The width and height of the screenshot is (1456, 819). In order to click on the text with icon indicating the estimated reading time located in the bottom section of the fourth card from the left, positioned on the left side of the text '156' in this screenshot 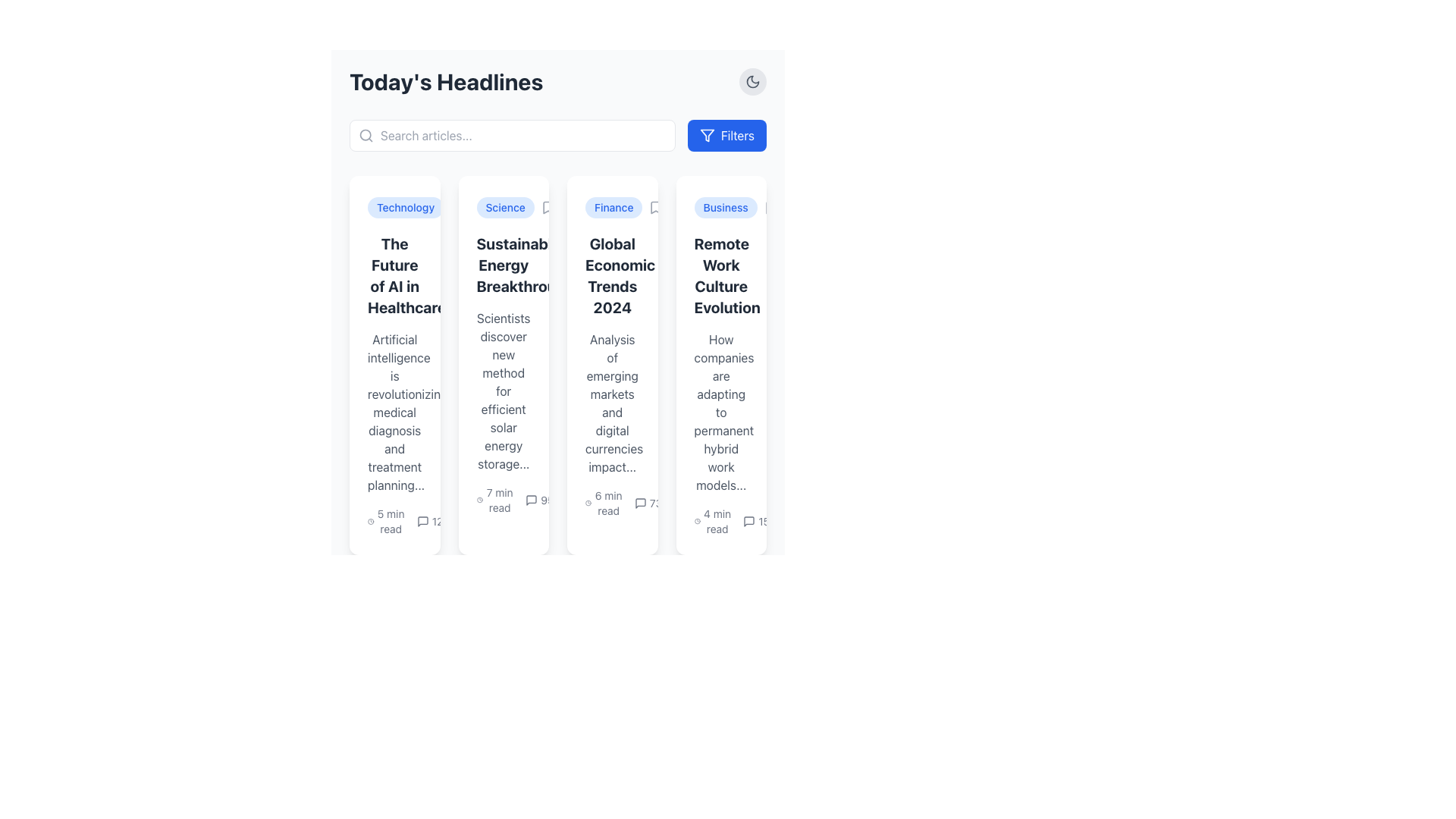, I will do `click(711, 520)`.